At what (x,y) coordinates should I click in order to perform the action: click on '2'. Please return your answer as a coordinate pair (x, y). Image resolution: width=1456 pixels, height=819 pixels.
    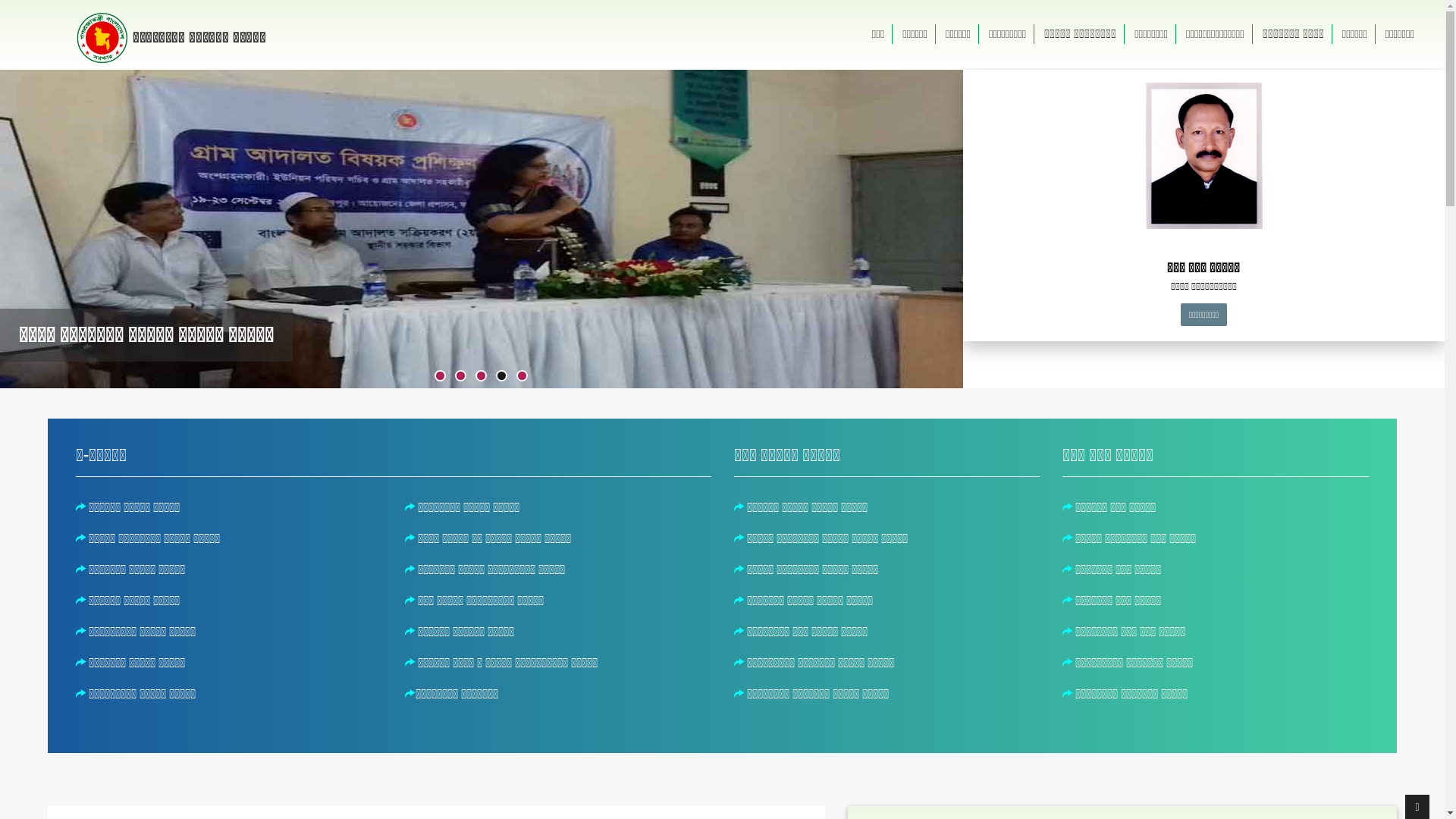
    Looking at the image, I should click on (460, 375).